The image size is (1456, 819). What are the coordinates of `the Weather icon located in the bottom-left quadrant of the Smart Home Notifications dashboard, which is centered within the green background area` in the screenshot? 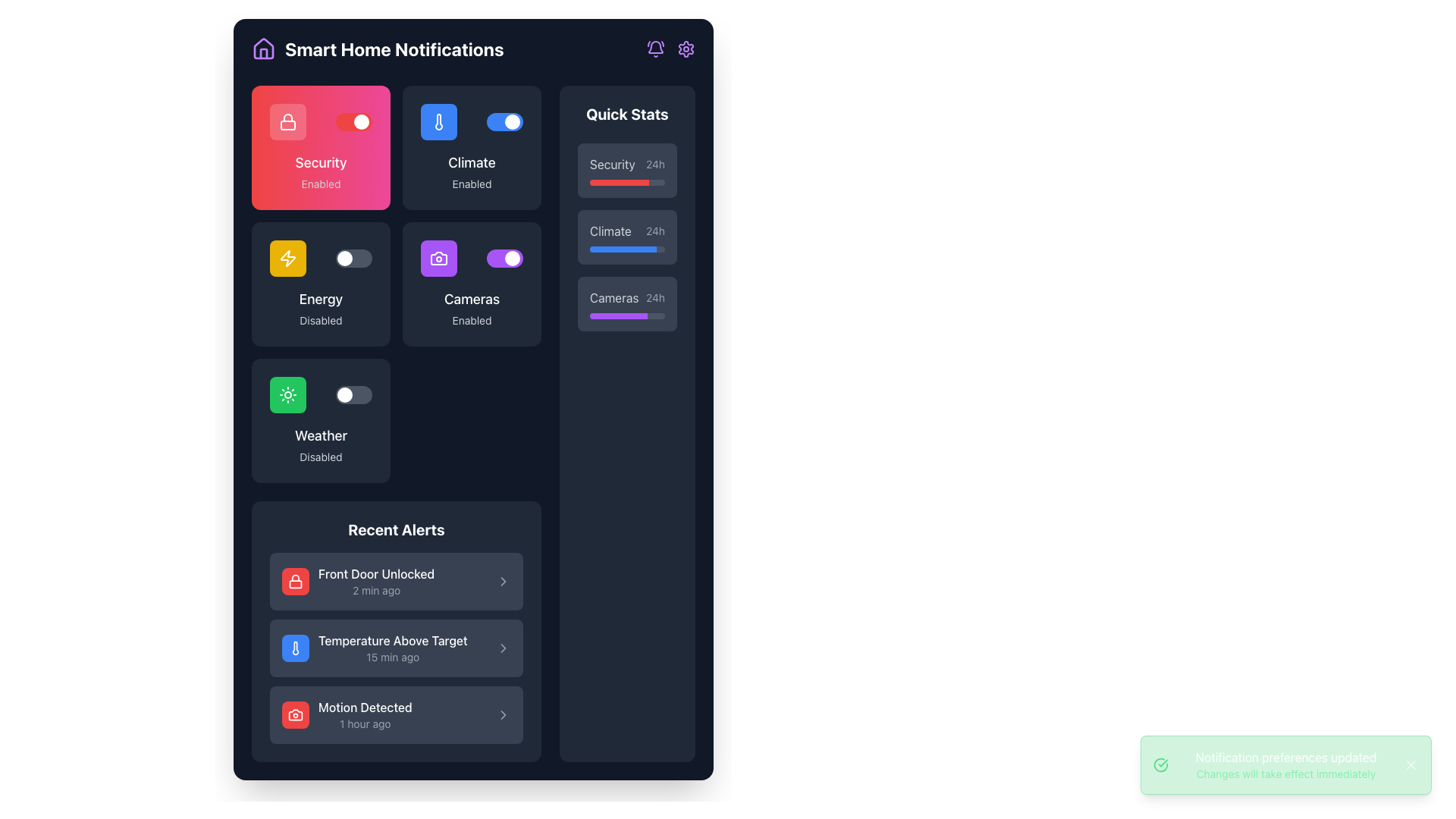 It's located at (287, 394).